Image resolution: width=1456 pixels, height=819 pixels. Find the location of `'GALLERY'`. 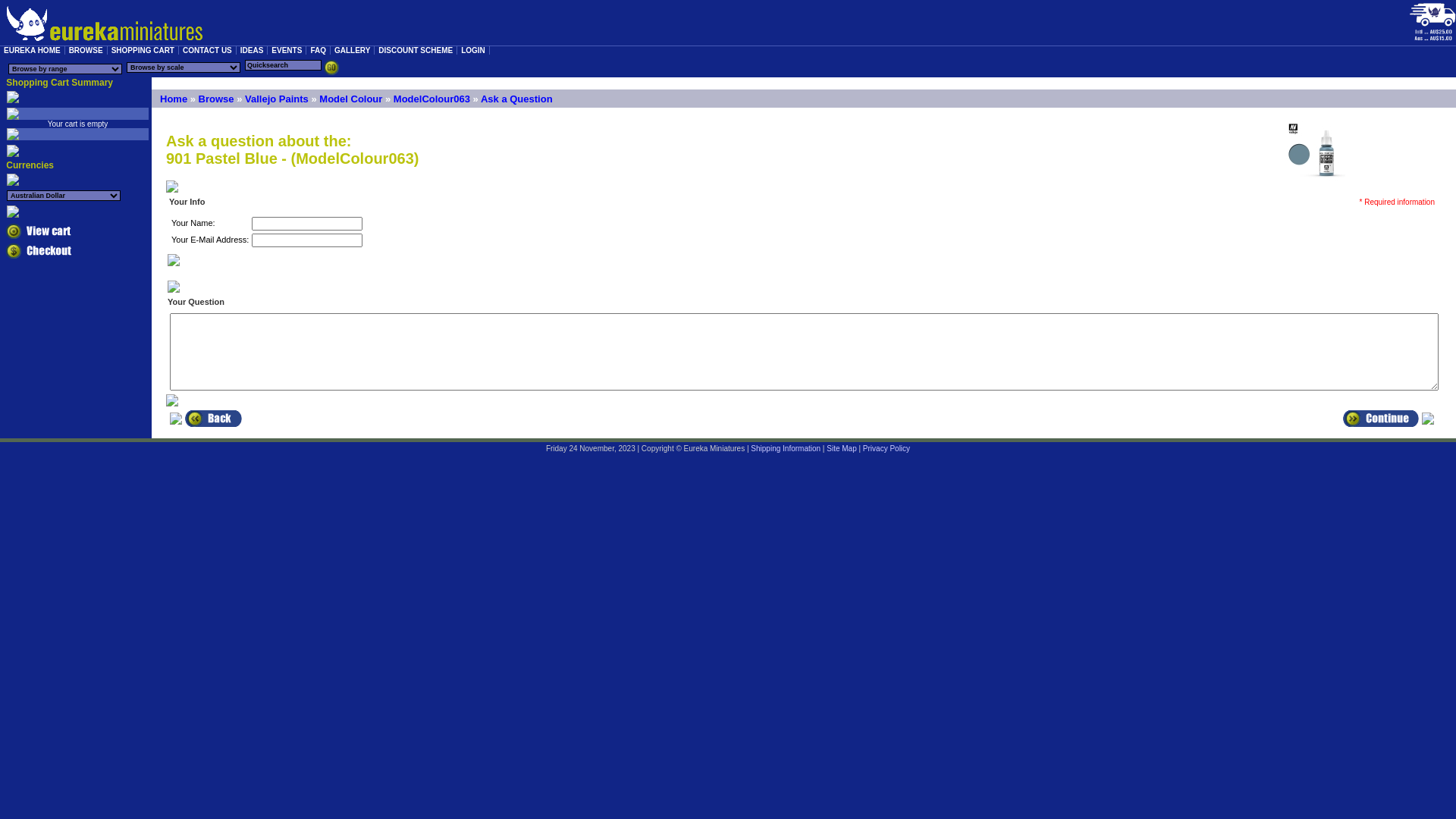

'GALLERY' is located at coordinates (352, 49).